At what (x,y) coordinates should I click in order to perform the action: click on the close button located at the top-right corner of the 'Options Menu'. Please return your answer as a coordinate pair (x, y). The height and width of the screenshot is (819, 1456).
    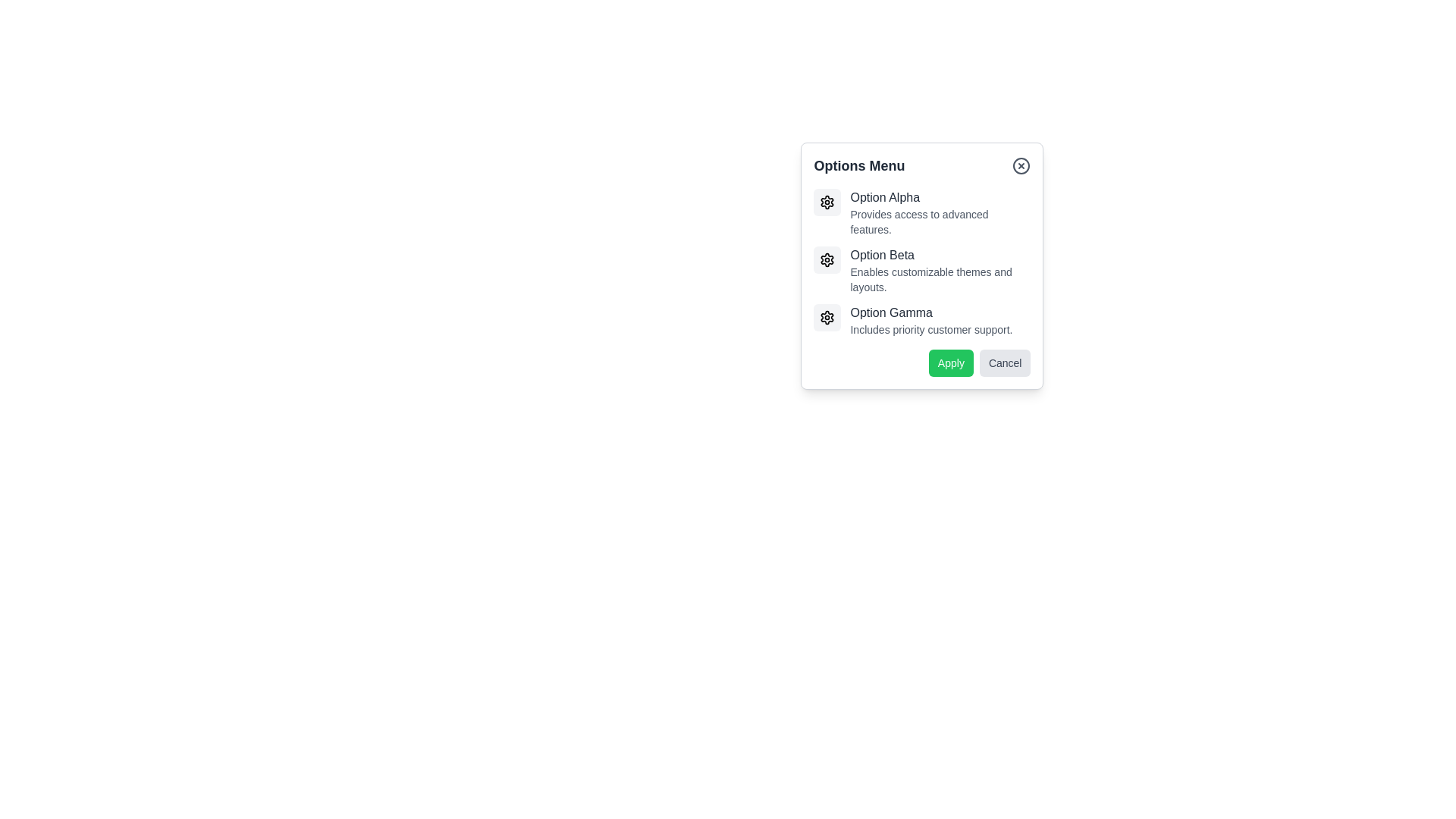
    Looking at the image, I should click on (1021, 166).